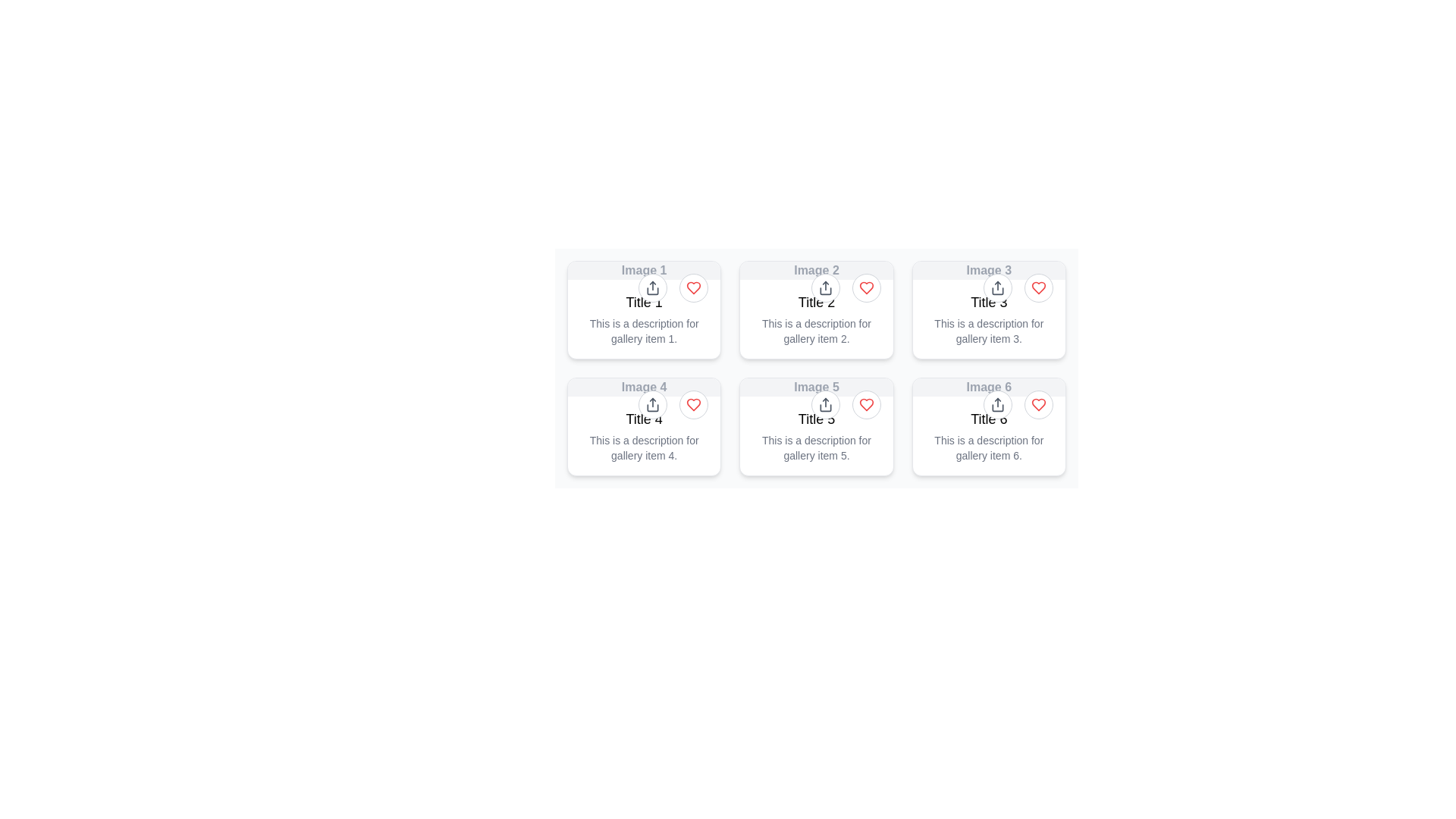  Describe the element at coordinates (653, 403) in the screenshot. I see `the circular share button with a white background and light gray border located in the top-right corner of 'Image 4' to share the item` at that location.